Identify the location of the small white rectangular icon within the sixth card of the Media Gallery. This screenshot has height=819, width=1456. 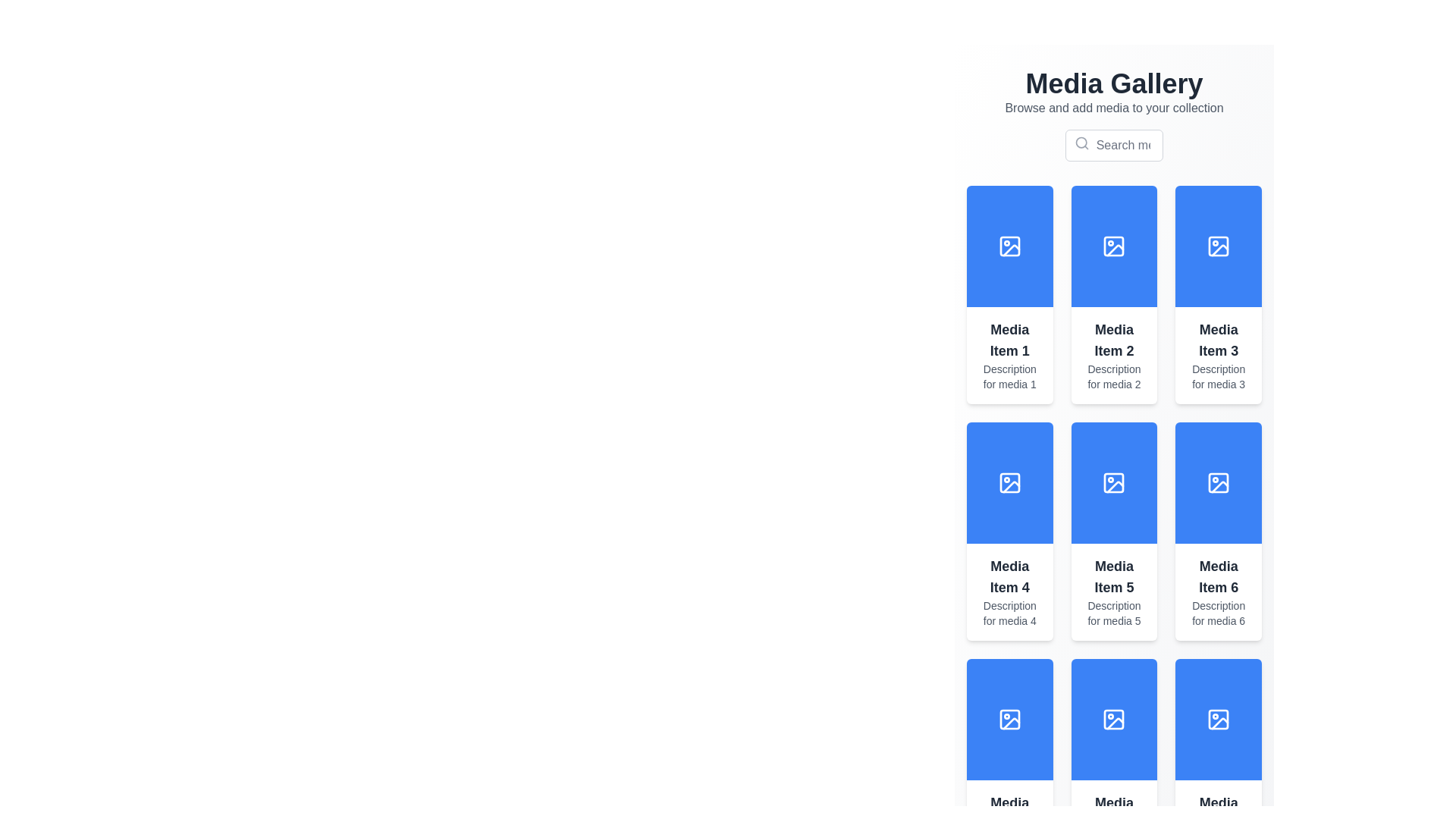
(1114, 718).